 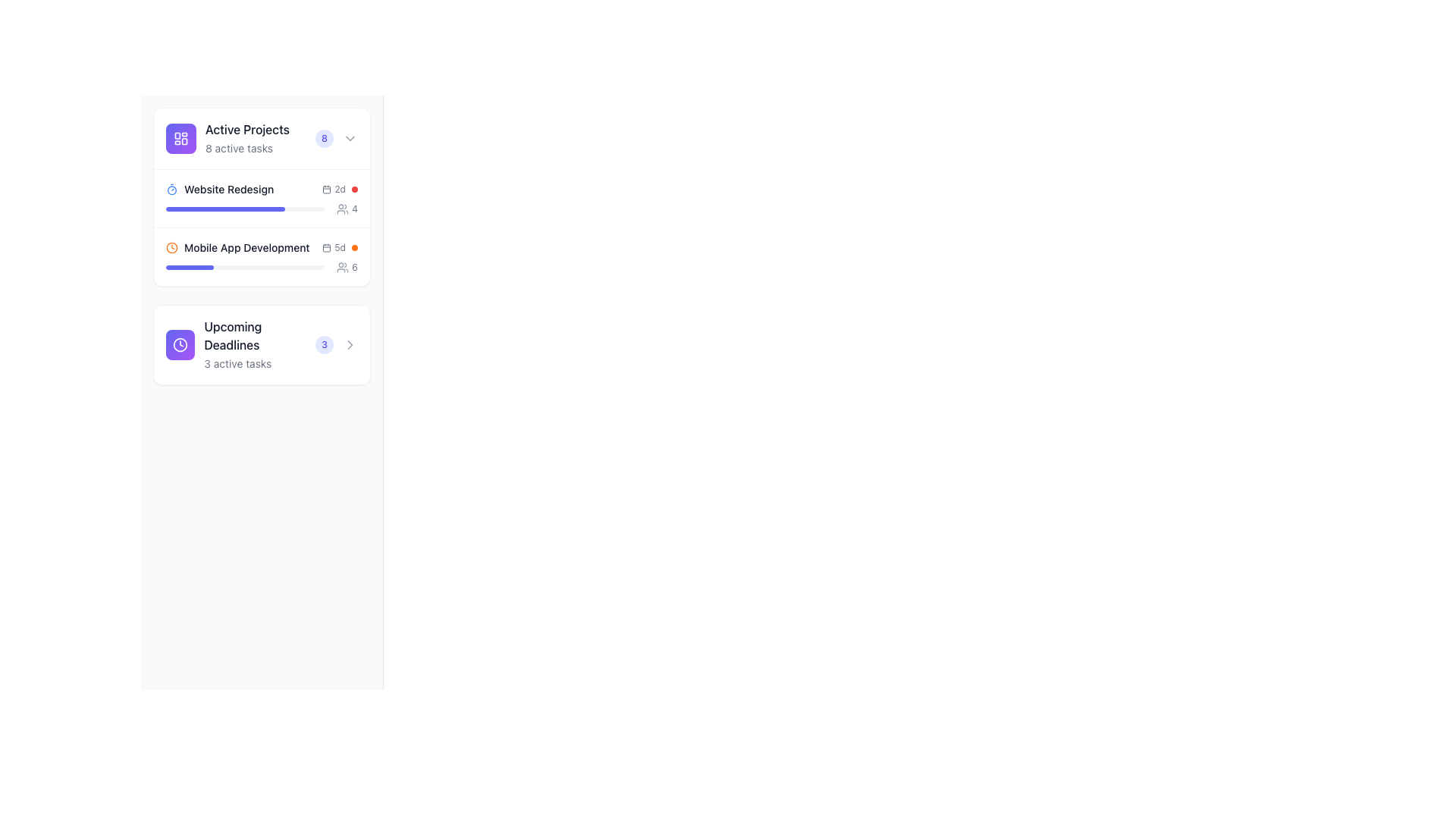 I want to click on the Chevron arrow icon located to the right of the badge displaying the number '8' in the 'Active Projects' section, so click(x=349, y=138).